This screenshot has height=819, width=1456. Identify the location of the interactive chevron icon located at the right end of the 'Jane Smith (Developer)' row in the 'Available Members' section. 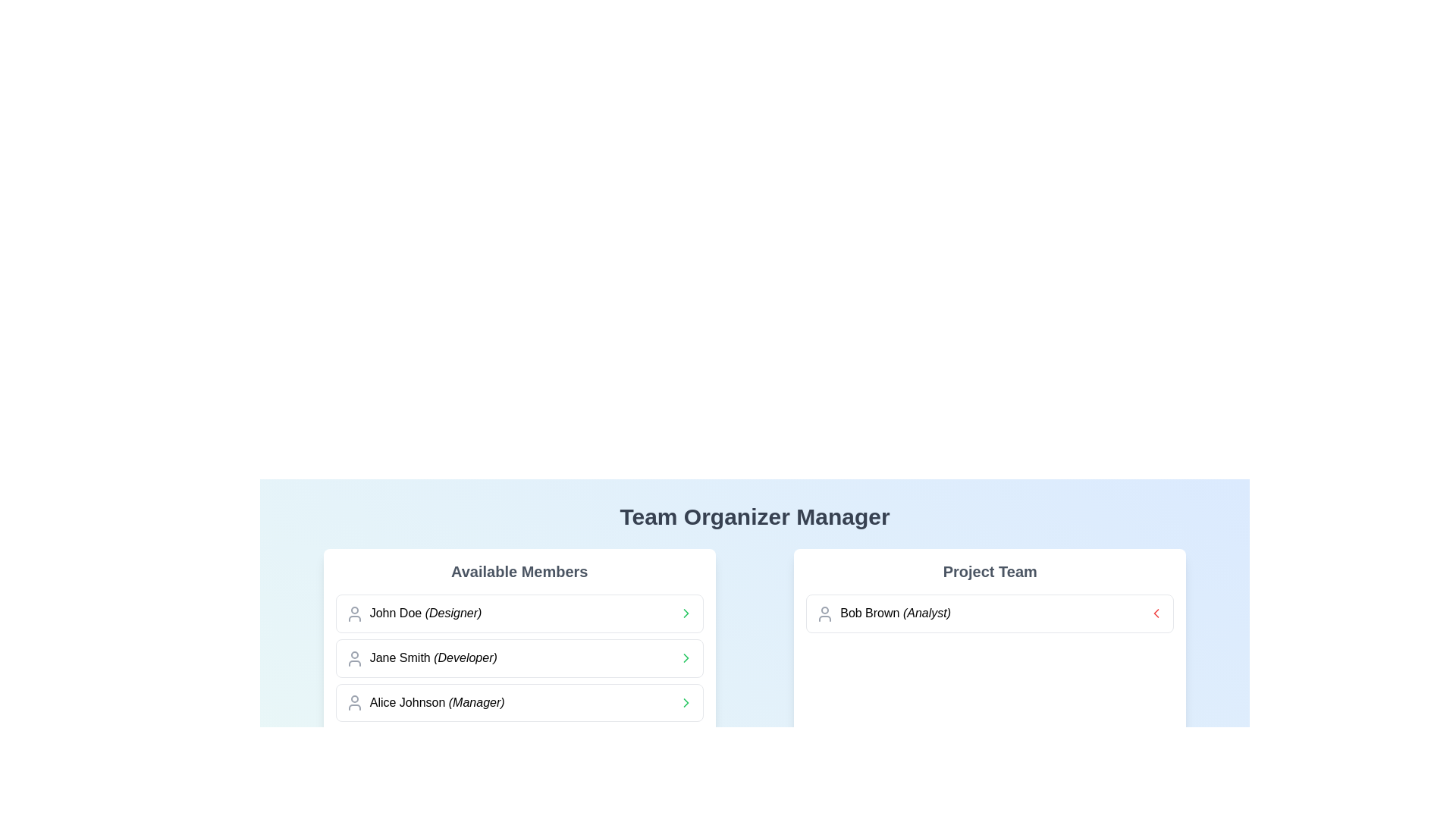
(685, 657).